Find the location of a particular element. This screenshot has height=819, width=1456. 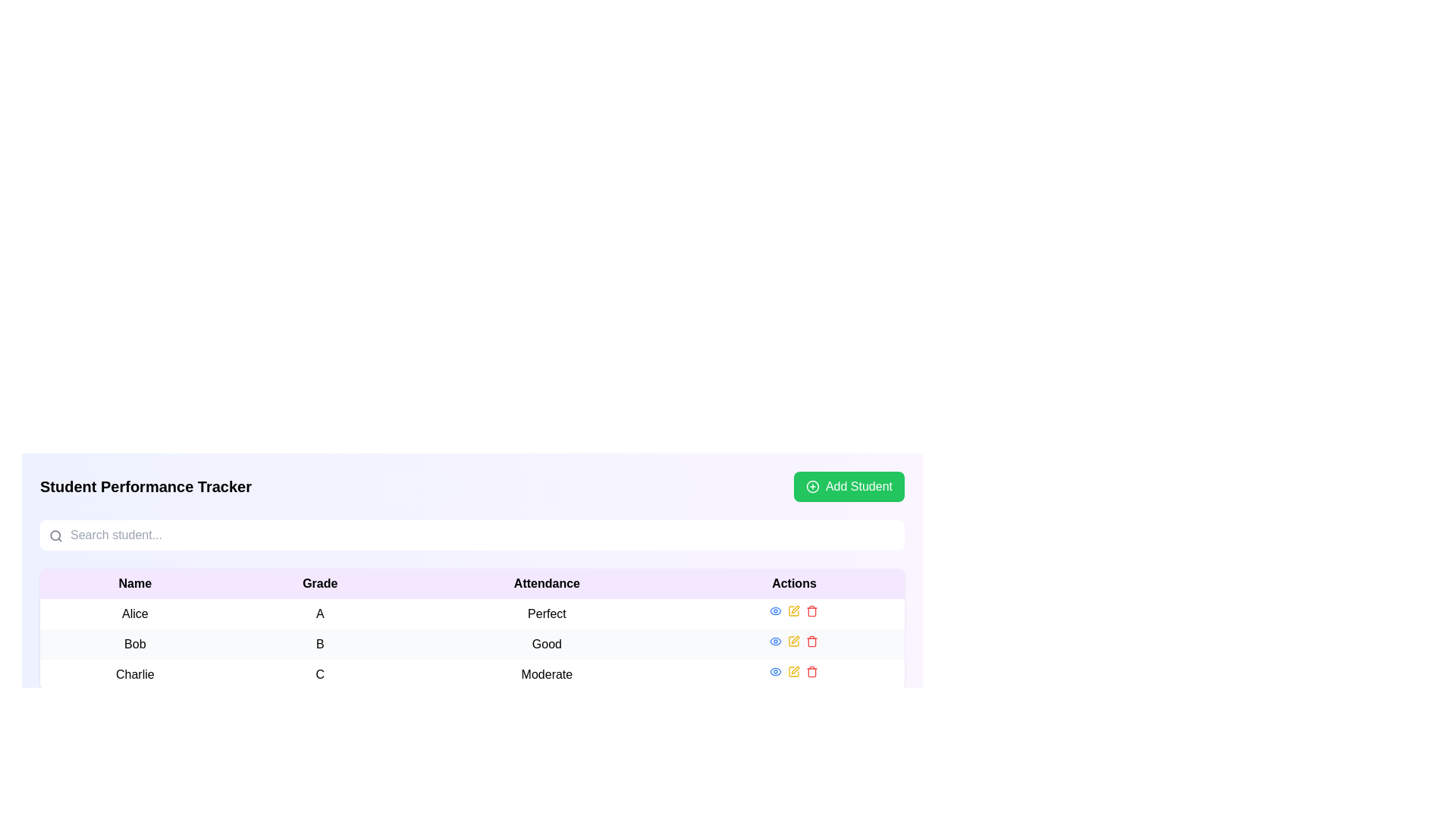

text element displaying the grade 'C' for the student 'Charlie' in the educational tracker, which is located under the 'Grade' column of the table is located at coordinates (319, 674).